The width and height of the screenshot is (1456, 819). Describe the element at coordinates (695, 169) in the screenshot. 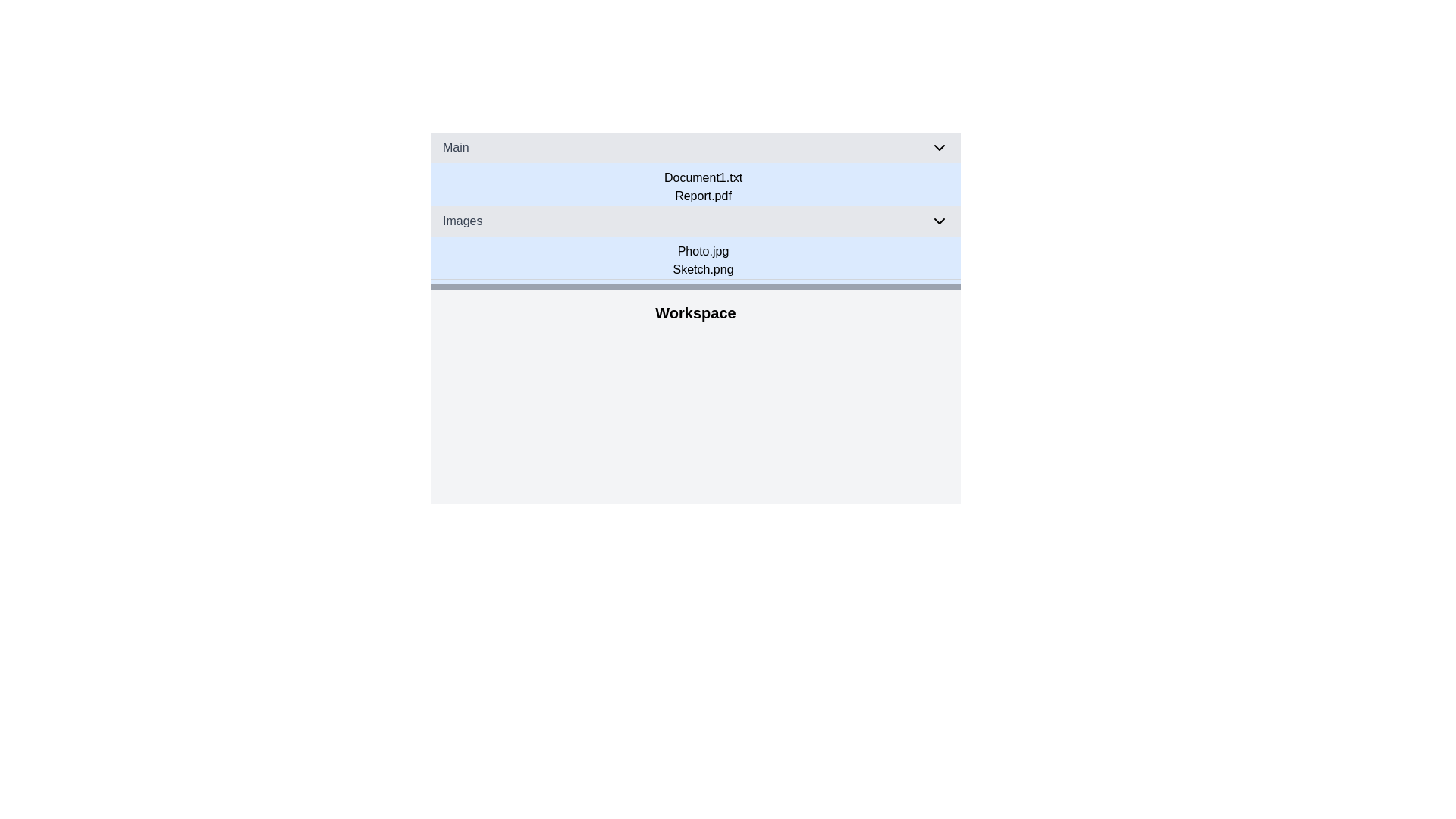

I see `the first text list item under the 'Main' section, which contains 'Document1.txt' and 'Report.pdf', to show the context menu` at that location.